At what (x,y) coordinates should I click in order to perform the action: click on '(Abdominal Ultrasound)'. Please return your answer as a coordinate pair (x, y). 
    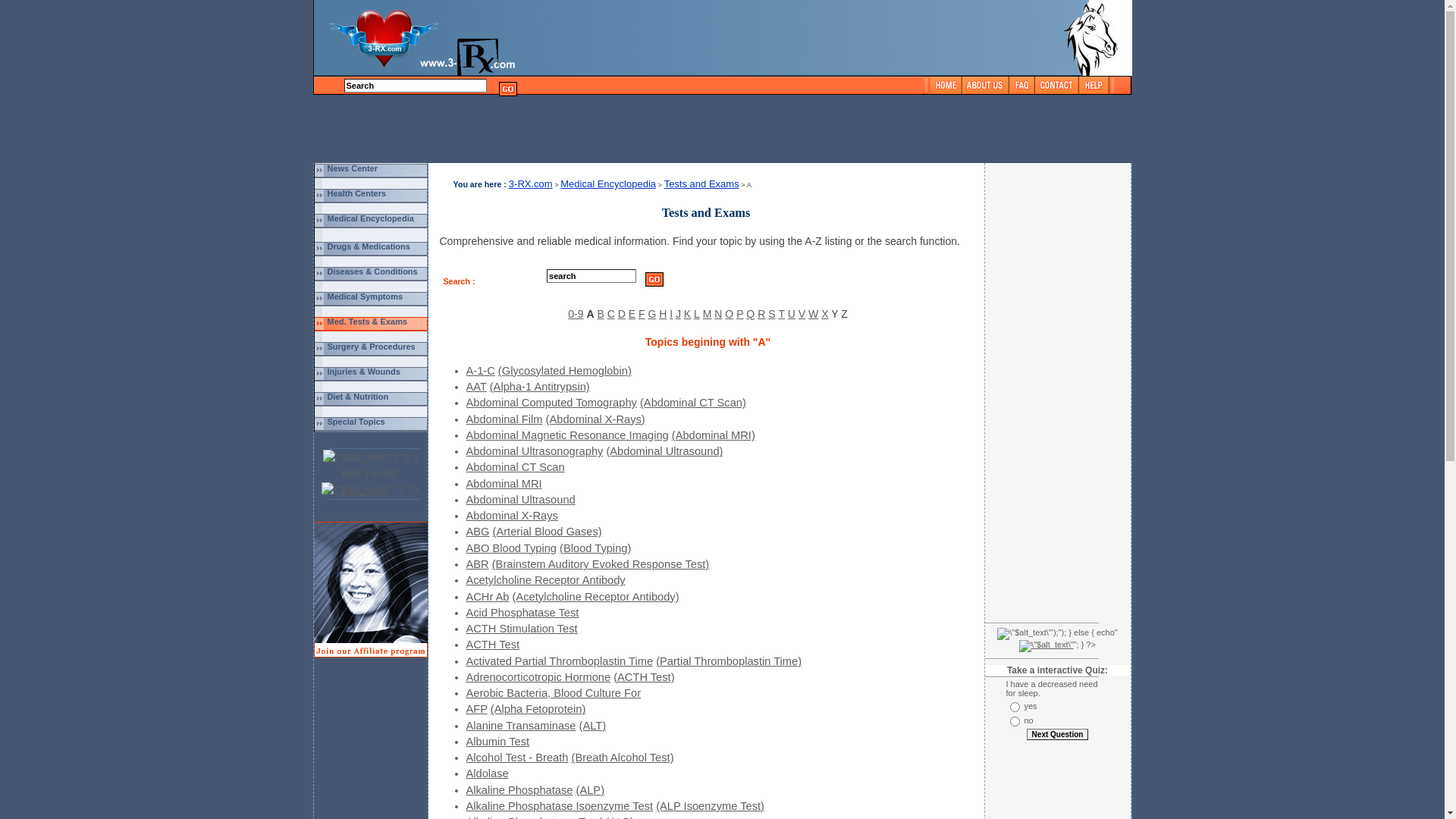
    Looking at the image, I should click on (604, 450).